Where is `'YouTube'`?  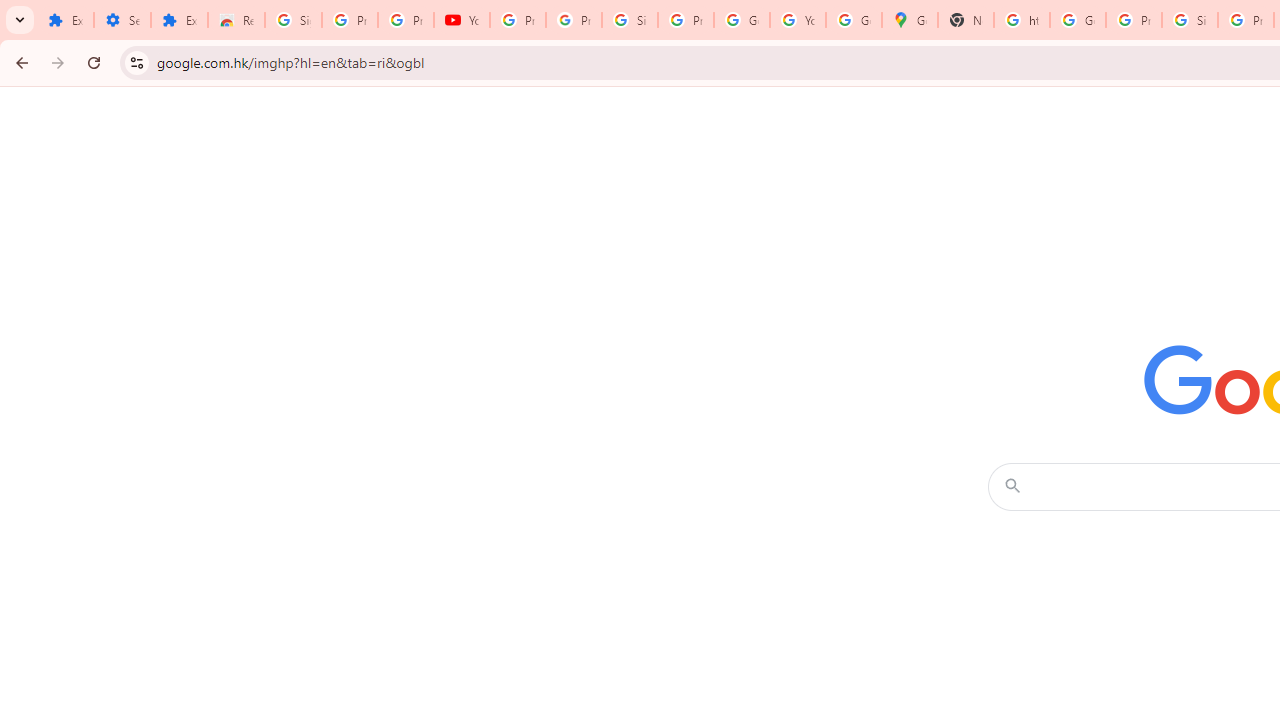 'YouTube' is located at coordinates (461, 20).